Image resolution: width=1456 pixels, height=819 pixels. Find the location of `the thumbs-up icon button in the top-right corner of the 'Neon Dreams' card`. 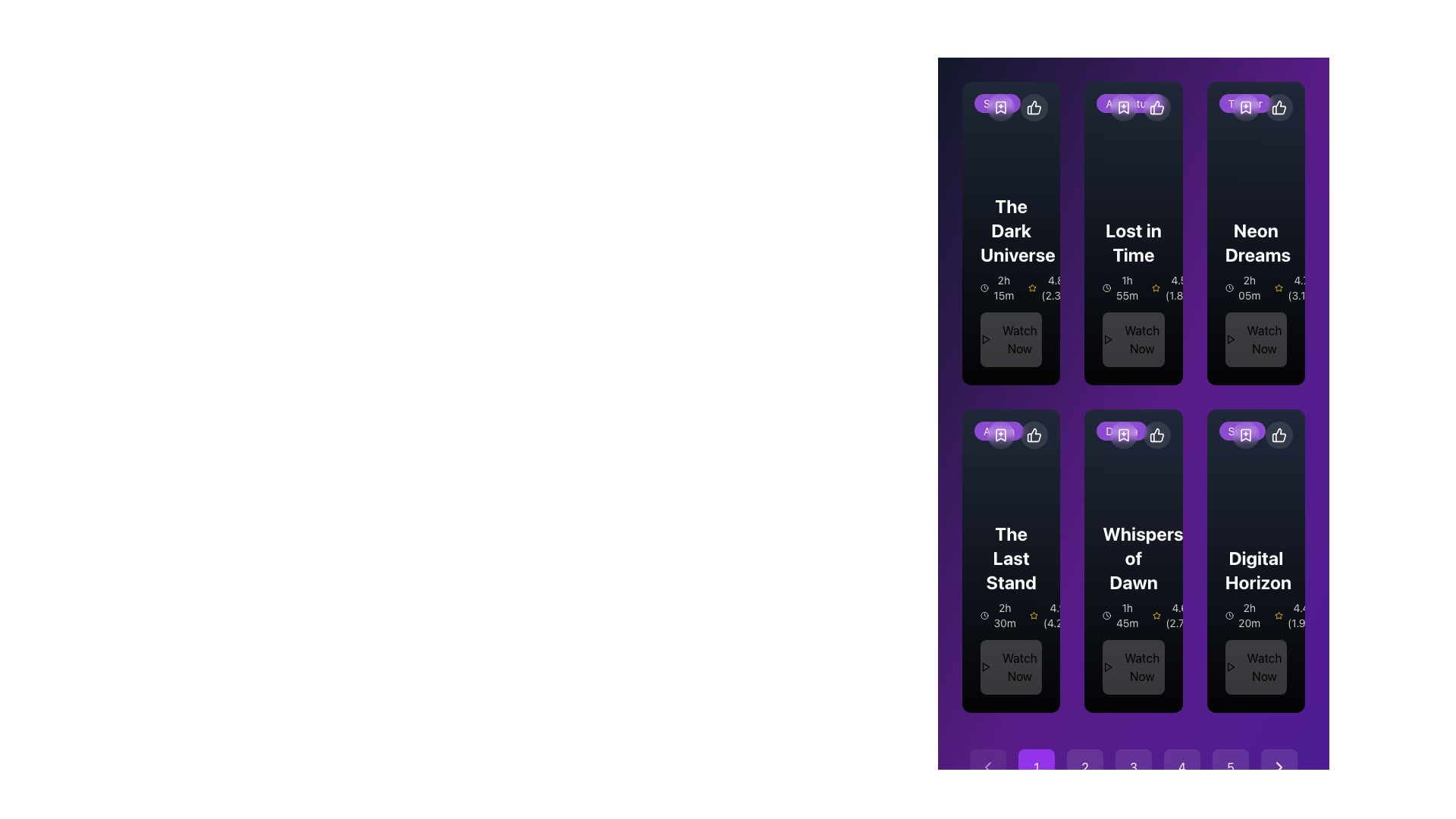

the thumbs-up icon button in the top-right corner of the 'Neon Dreams' card is located at coordinates (1278, 107).